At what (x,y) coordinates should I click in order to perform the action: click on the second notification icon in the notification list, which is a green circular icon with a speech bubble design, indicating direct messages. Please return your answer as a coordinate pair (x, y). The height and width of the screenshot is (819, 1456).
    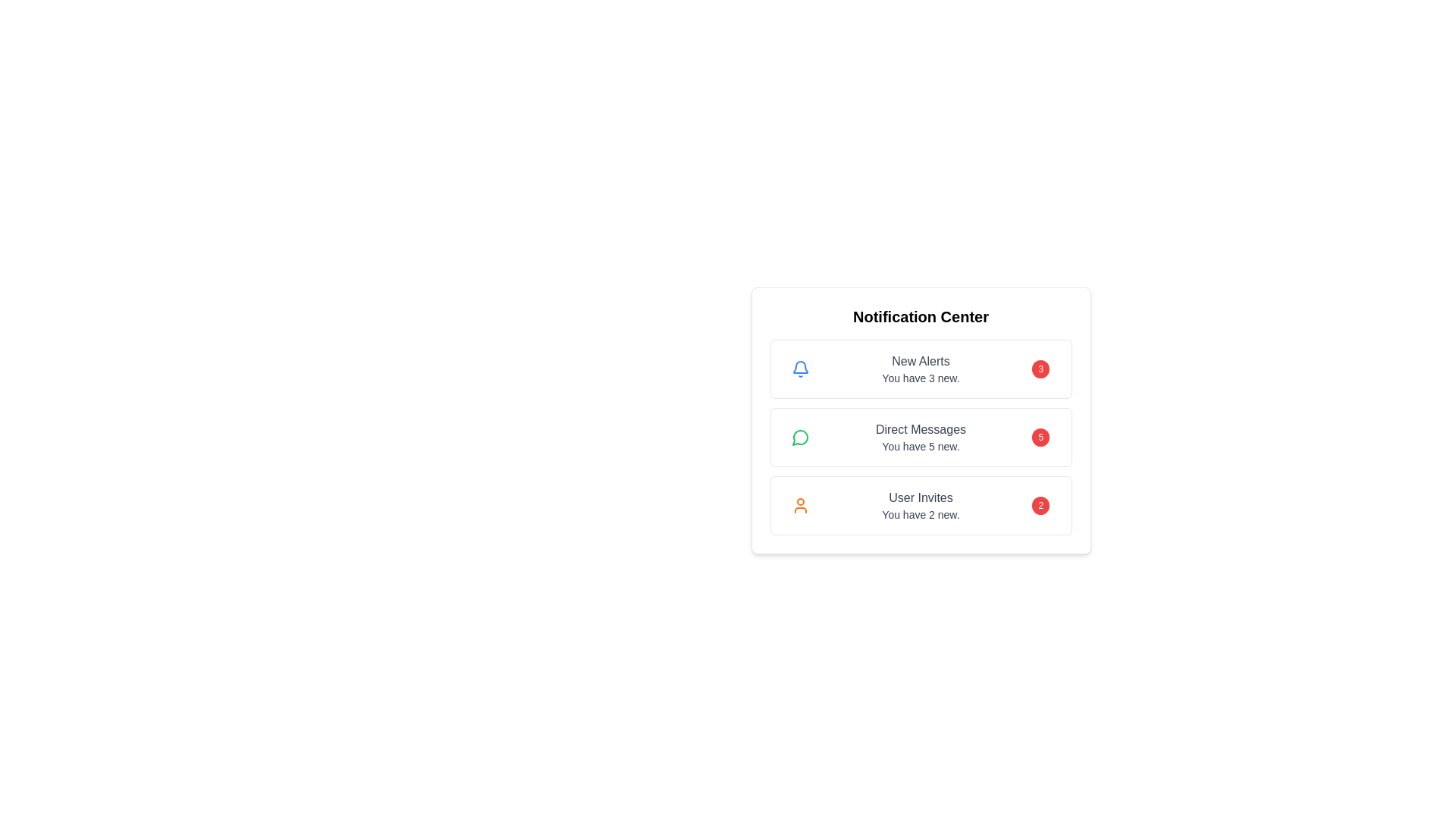
    Looking at the image, I should click on (799, 438).